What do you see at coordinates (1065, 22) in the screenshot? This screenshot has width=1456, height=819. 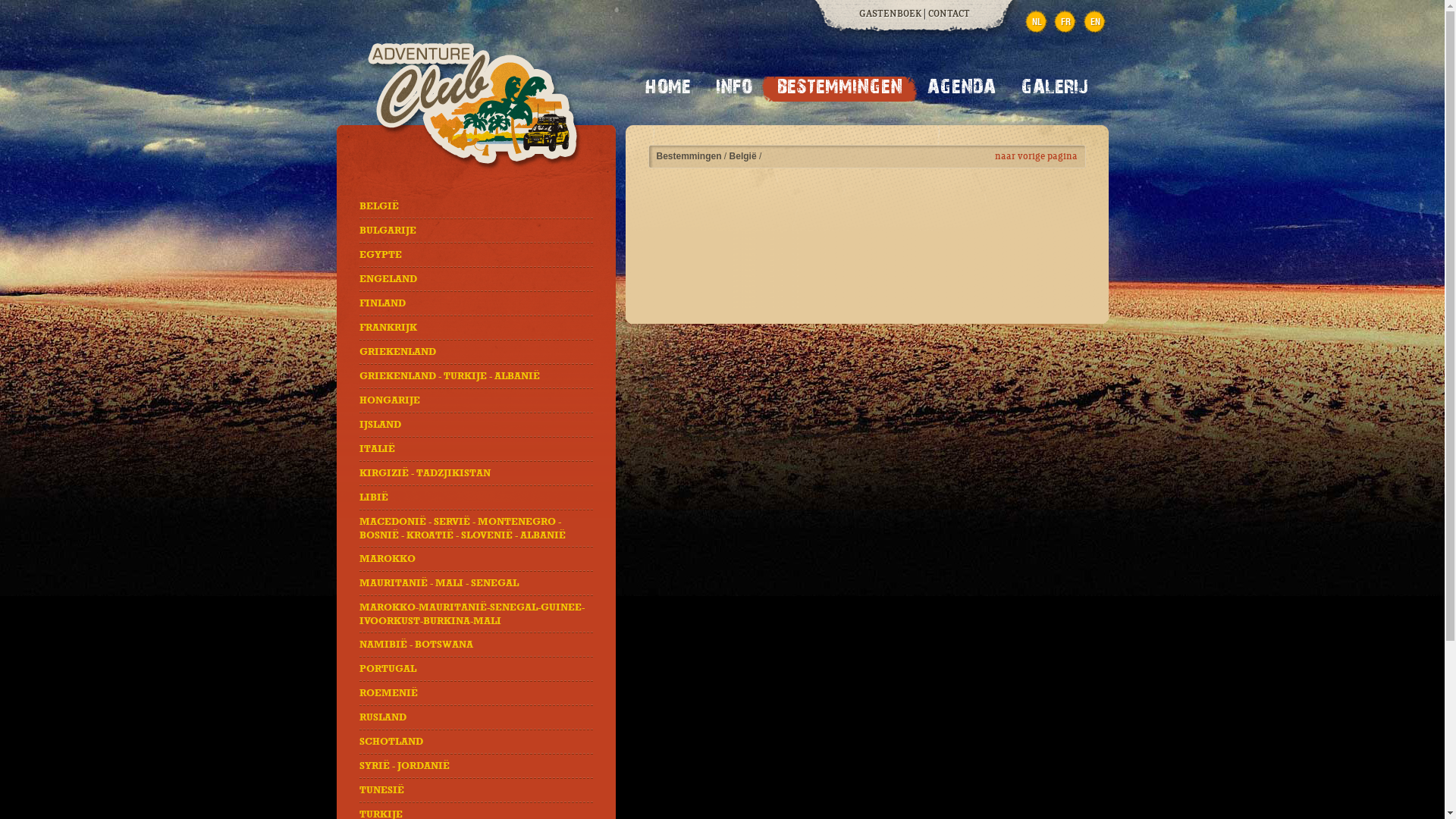 I see `'FR'` at bounding box center [1065, 22].